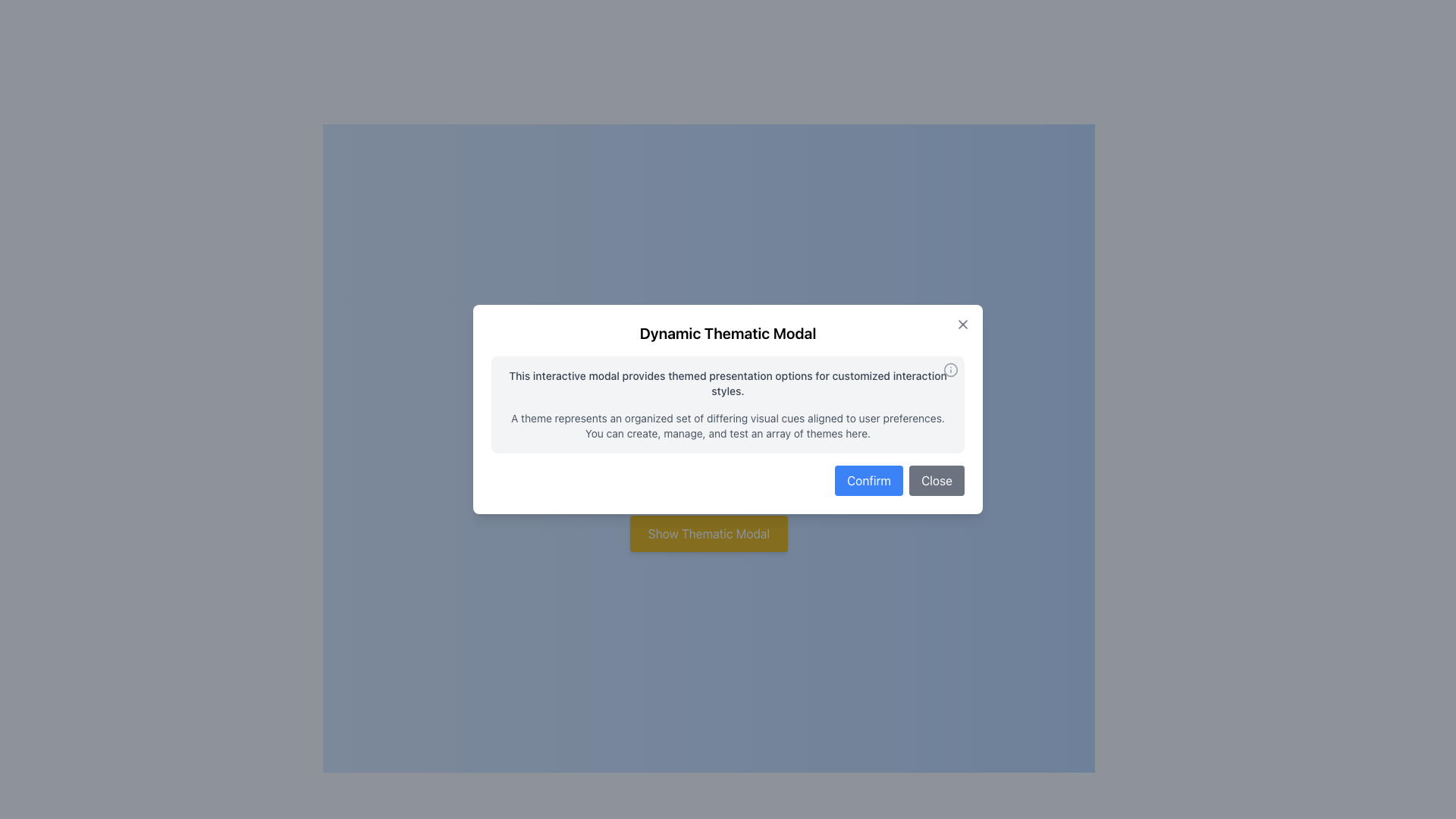 The width and height of the screenshot is (1456, 819). Describe the element at coordinates (962, 324) in the screenshot. I see `the close button located in the top-right corner of the modal window` at that location.